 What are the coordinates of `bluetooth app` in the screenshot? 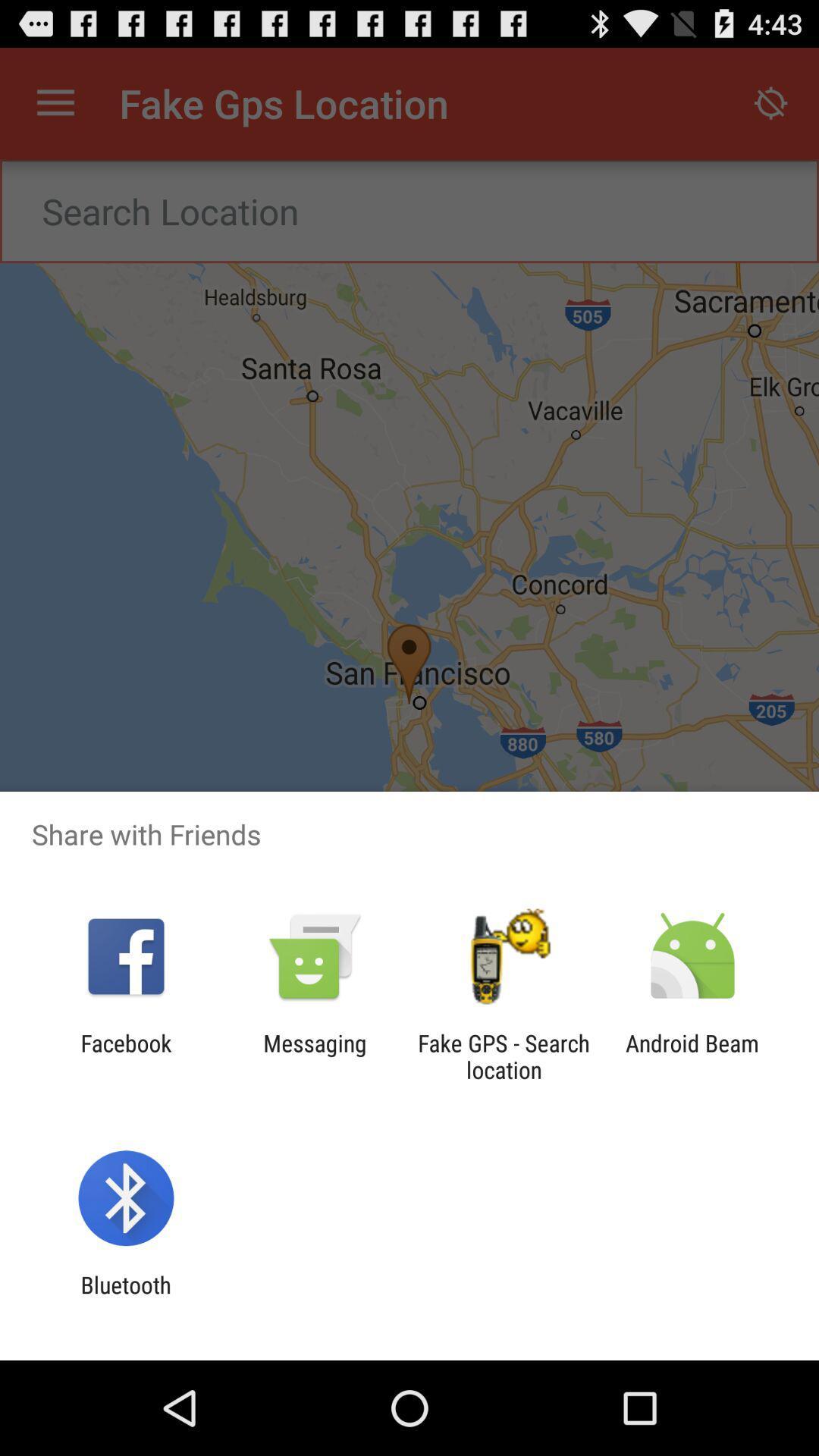 It's located at (125, 1298).